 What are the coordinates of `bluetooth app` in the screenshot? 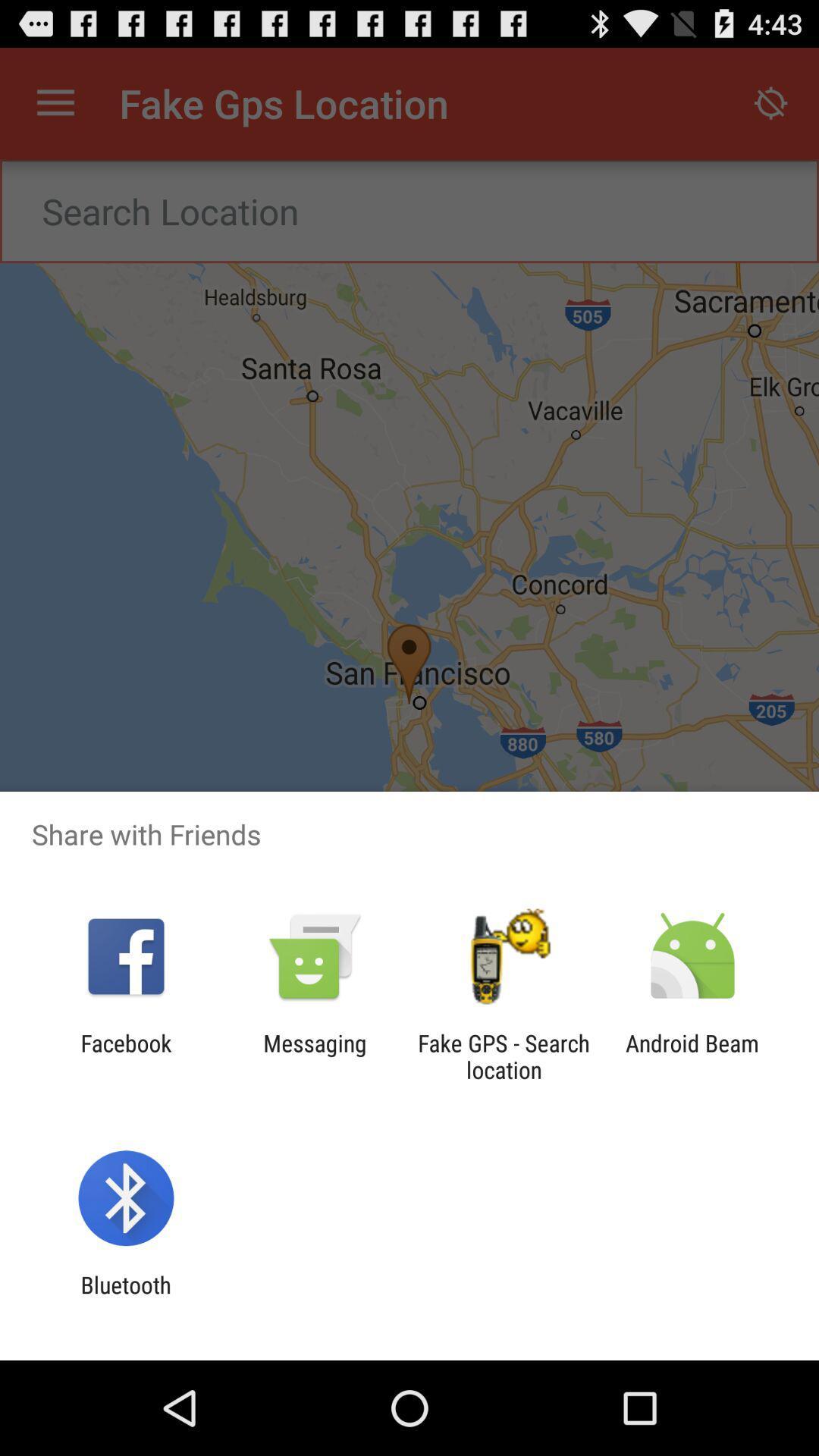 It's located at (125, 1298).